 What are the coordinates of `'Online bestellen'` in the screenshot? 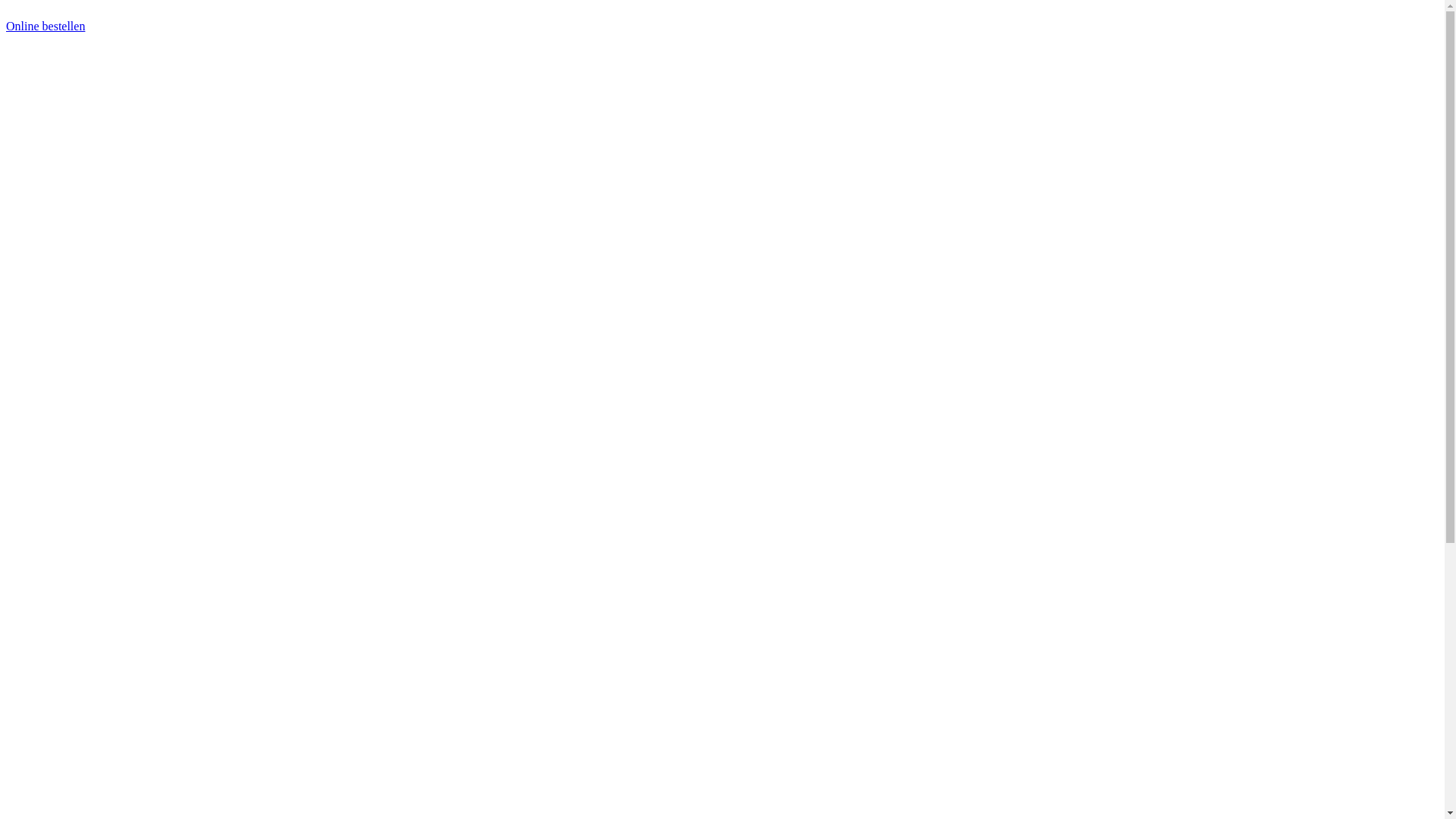 It's located at (45, 26).